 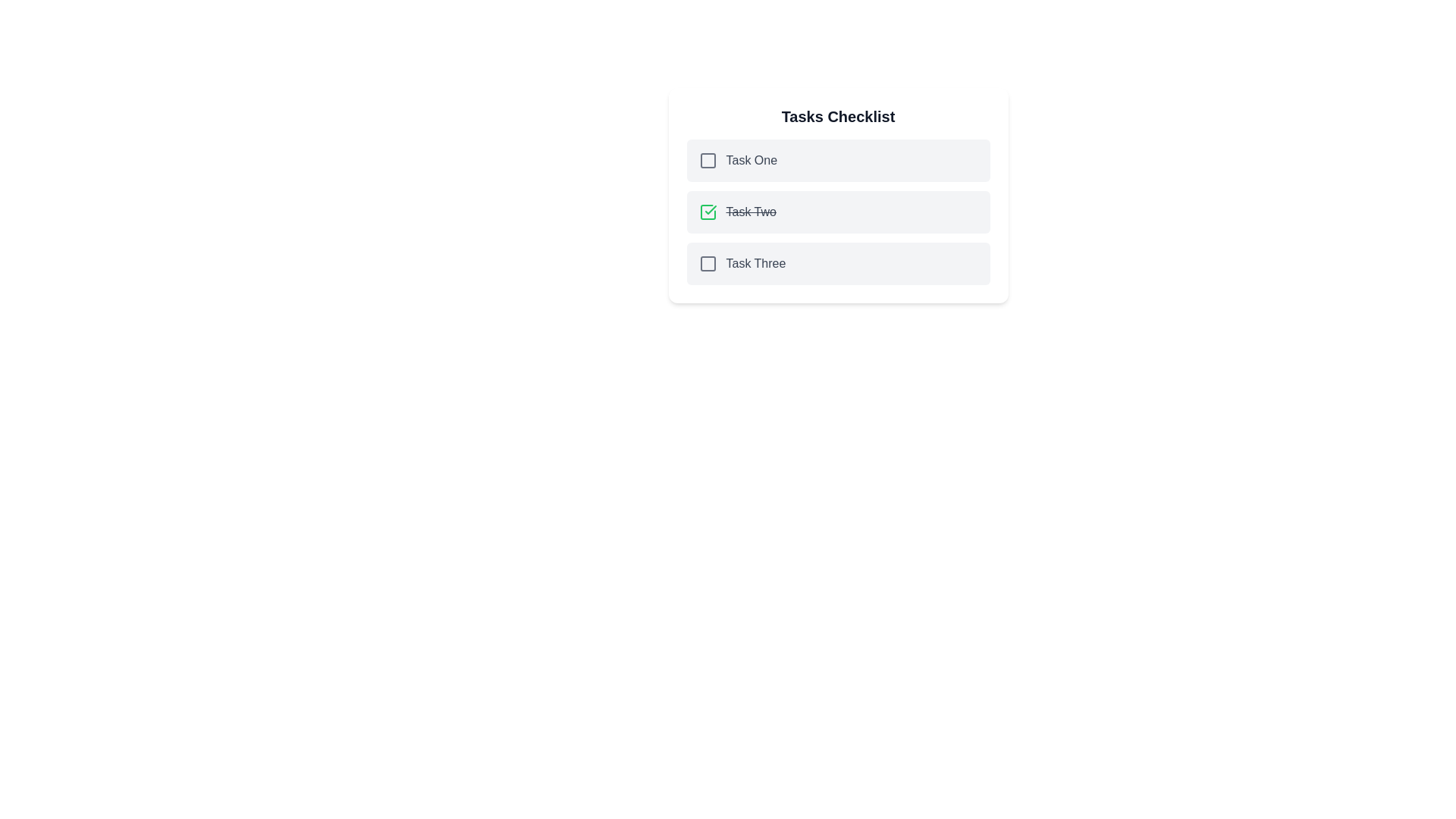 What do you see at coordinates (837, 195) in the screenshot?
I see `the task labeled 'Task Two' in the checklist` at bounding box center [837, 195].